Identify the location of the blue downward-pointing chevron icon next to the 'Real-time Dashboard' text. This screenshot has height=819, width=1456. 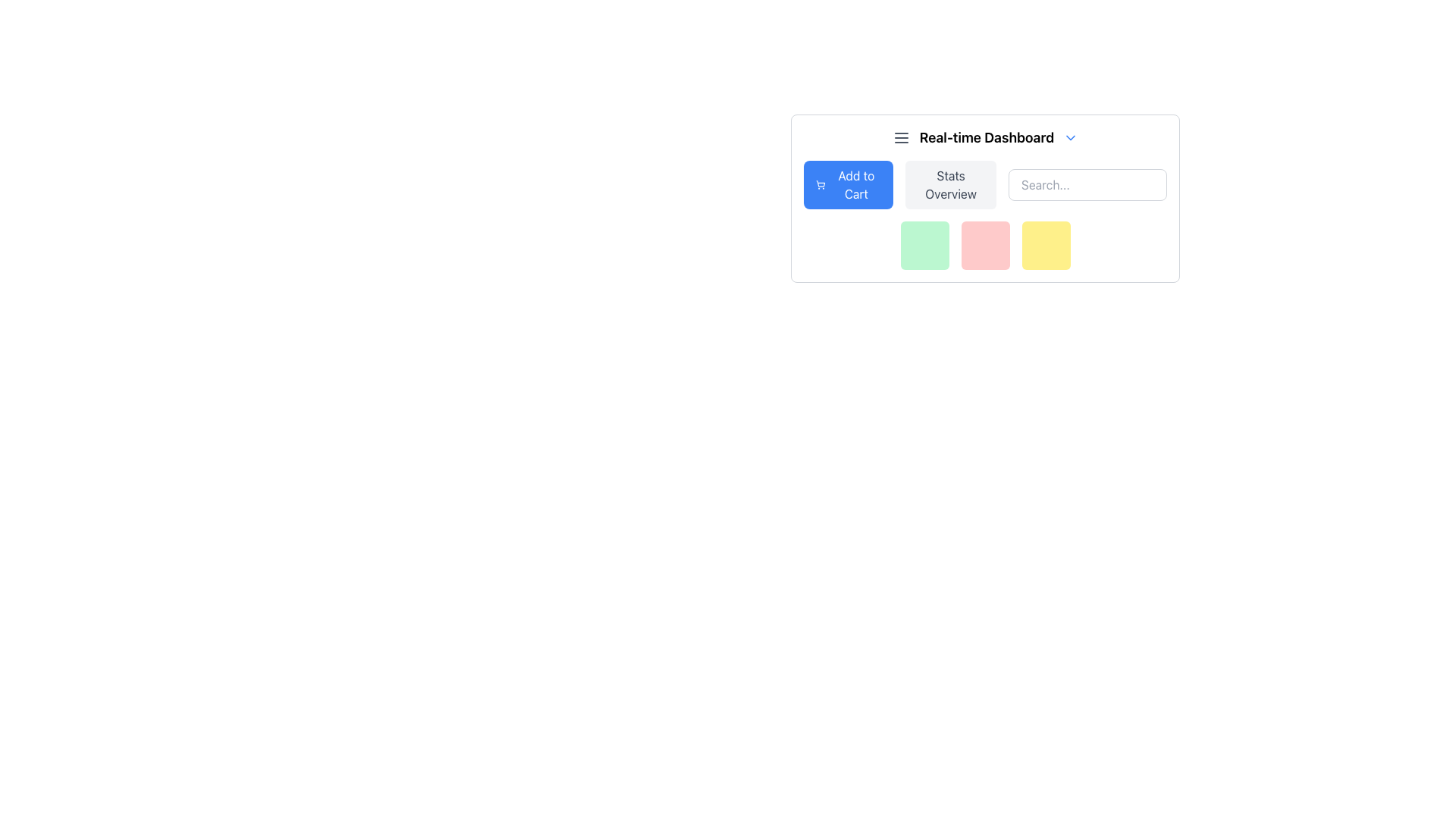
(1070, 137).